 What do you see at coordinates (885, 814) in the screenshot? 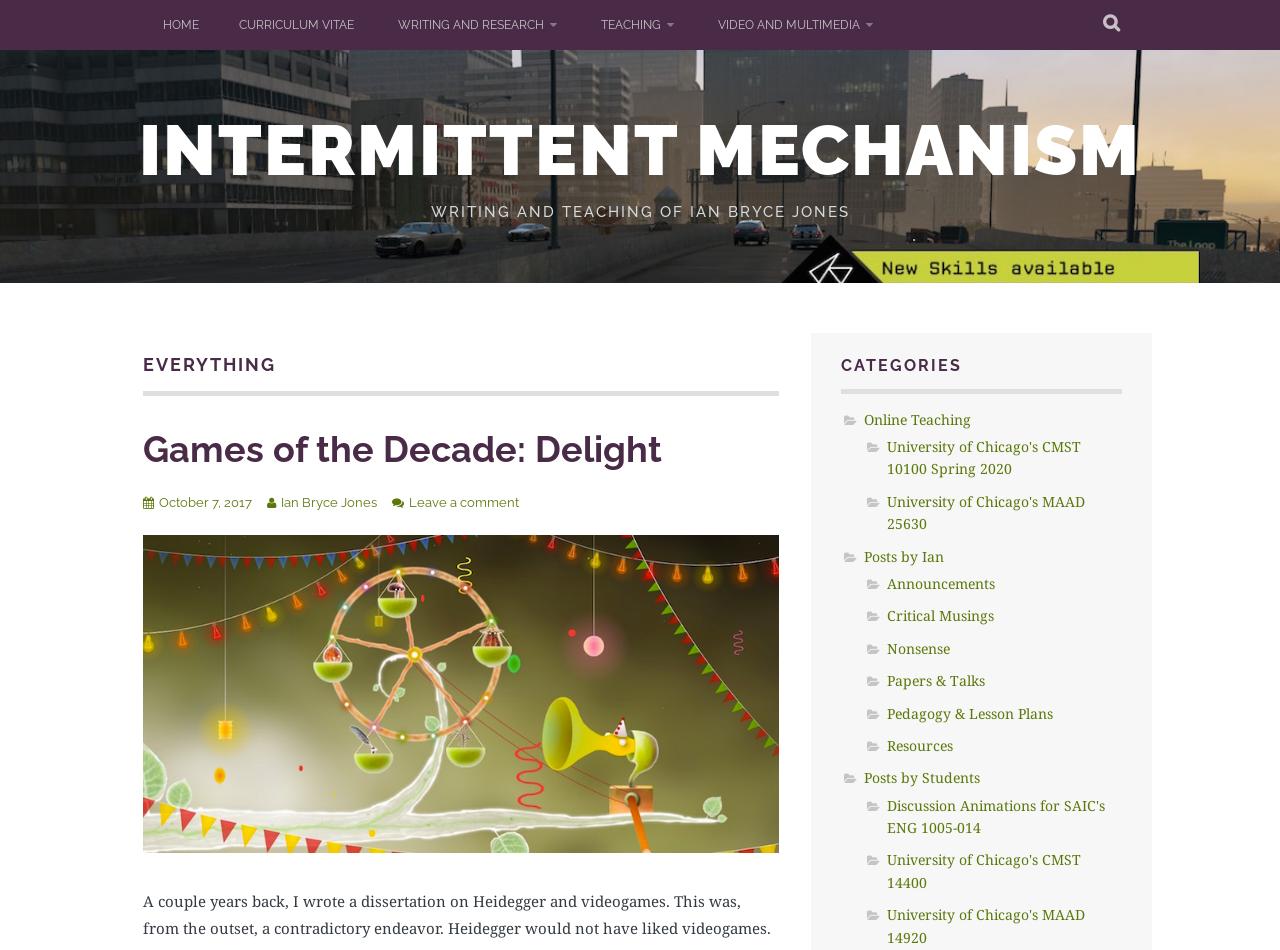
I see `'Discussion Animations for SAIC's ENG 1005-014'` at bounding box center [885, 814].